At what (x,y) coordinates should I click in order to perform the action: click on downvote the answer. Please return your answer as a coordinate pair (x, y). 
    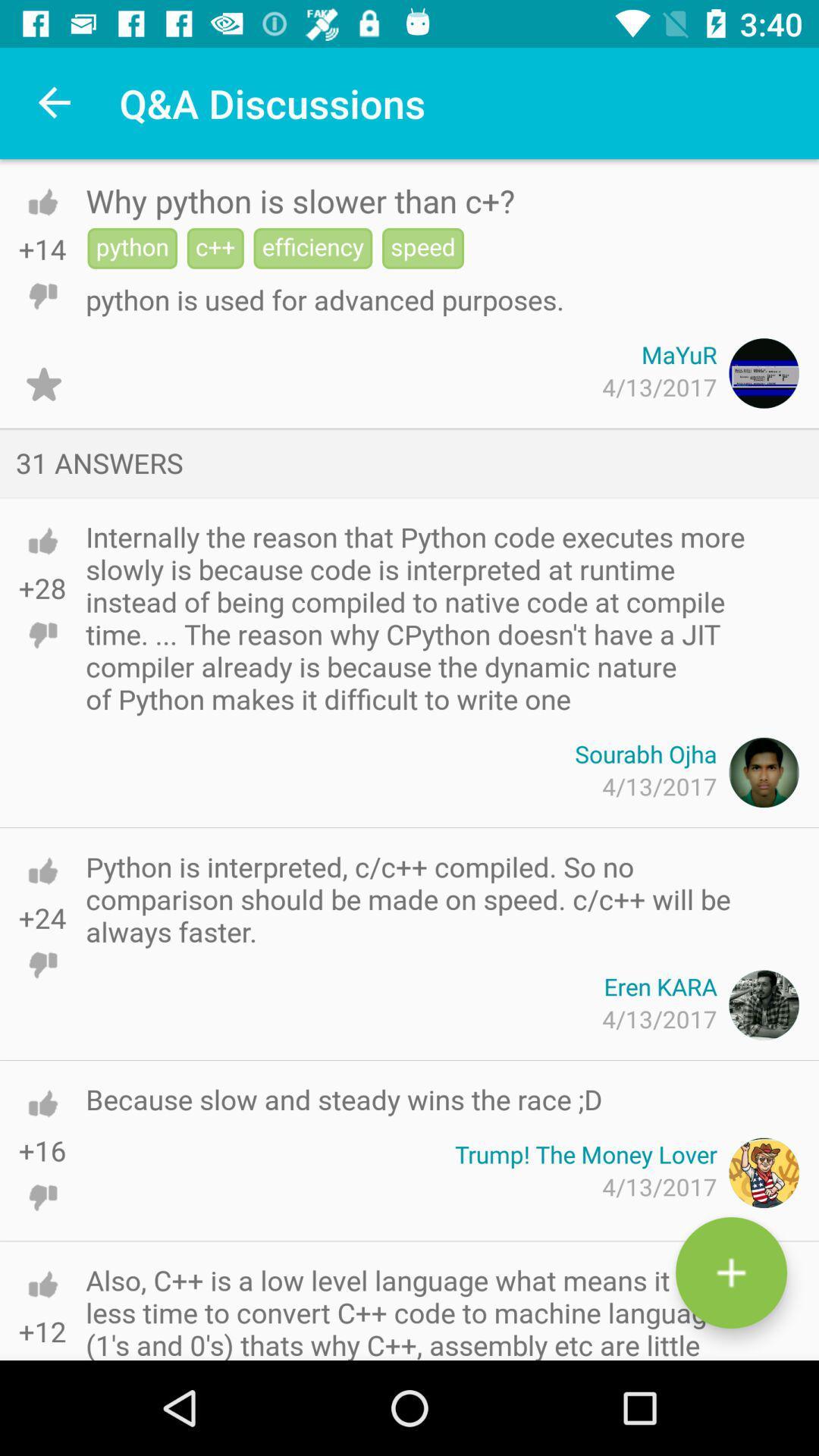
    Looking at the image, I should click on (42, 635).